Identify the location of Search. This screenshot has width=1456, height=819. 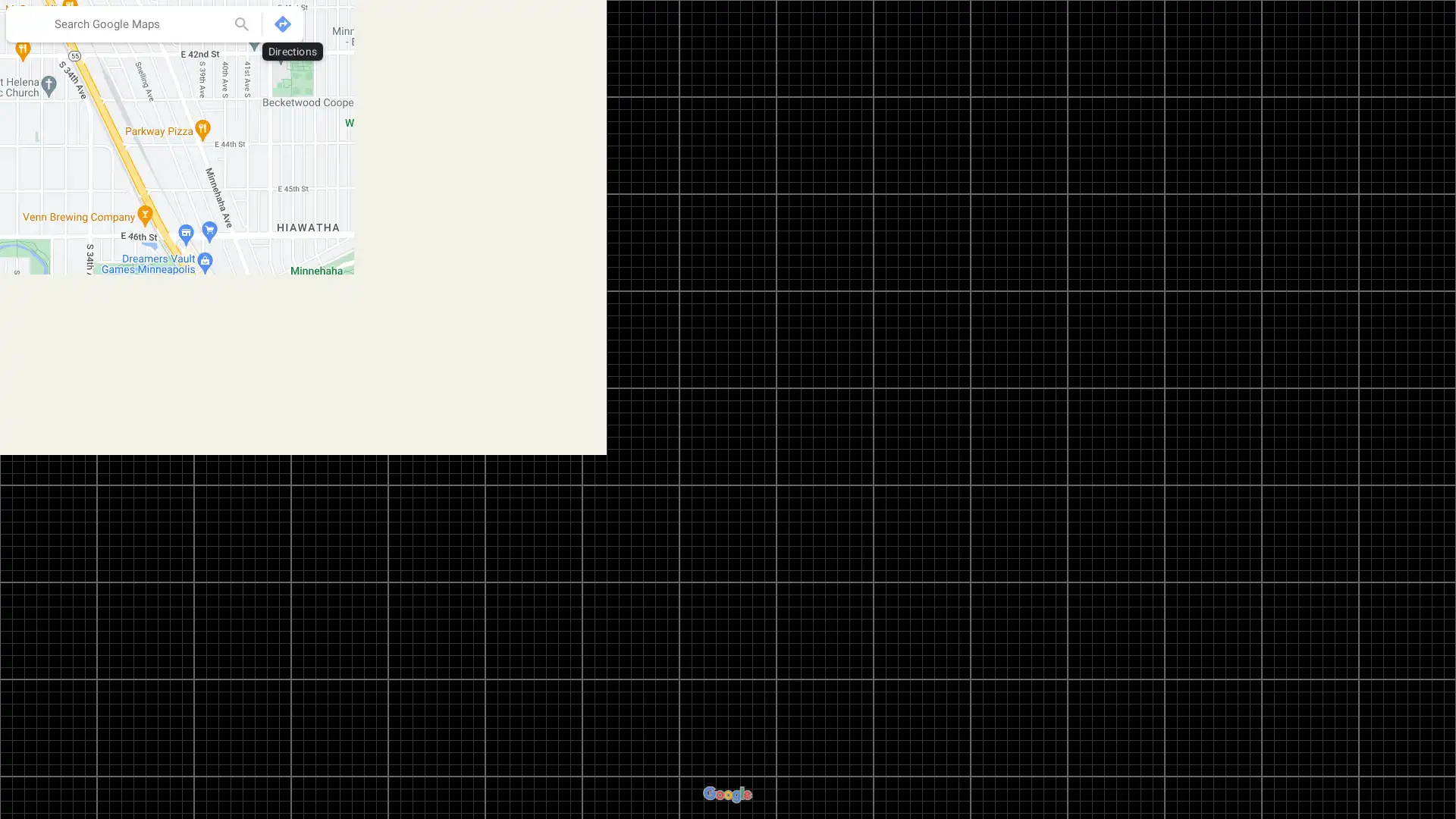
(240, 24).